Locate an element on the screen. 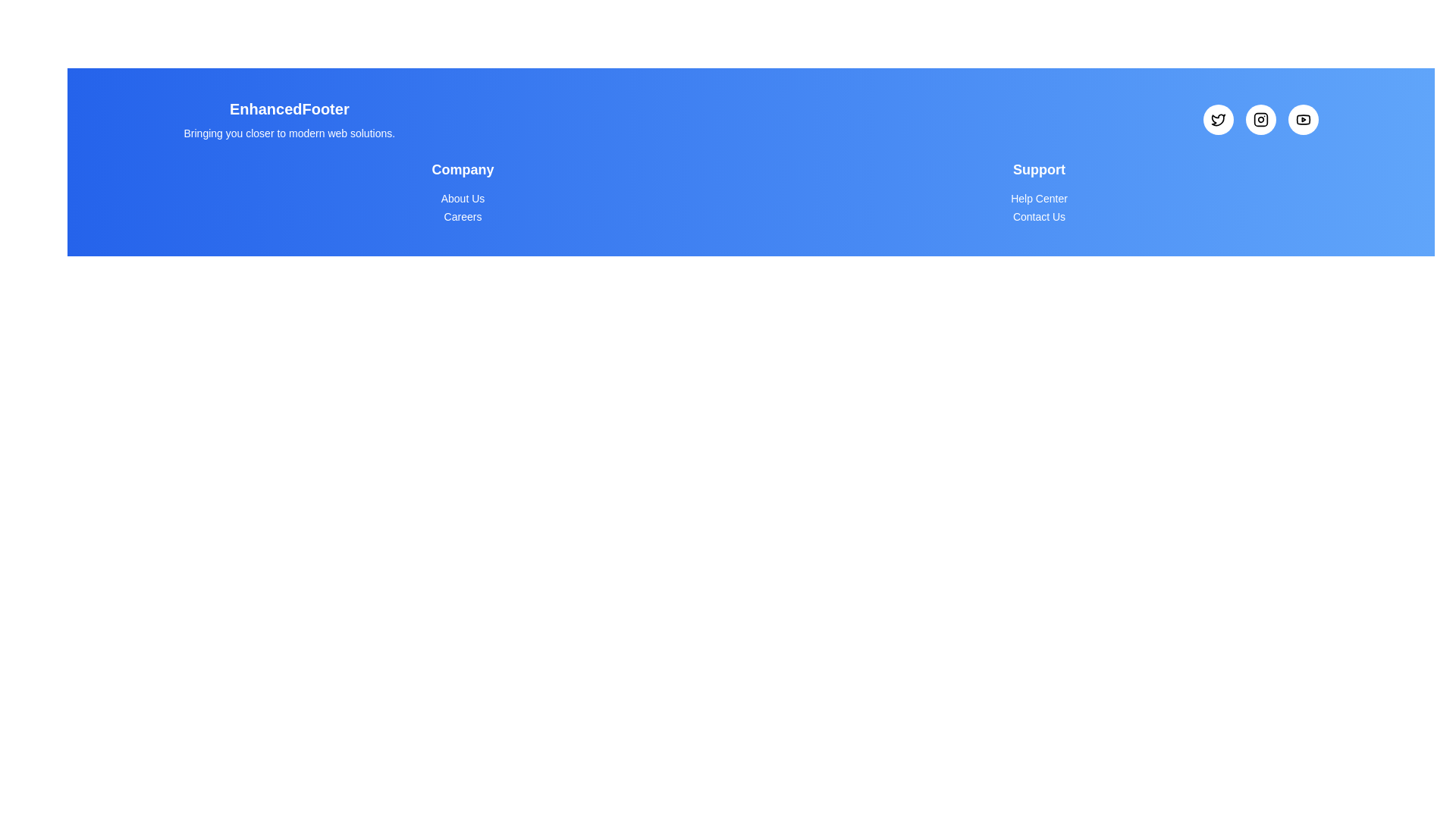 The width and height of the screenshot is (1456, 819). the Twitter icon, which is a black vector graphic of a bird located is located at coordinates (1218, 119).